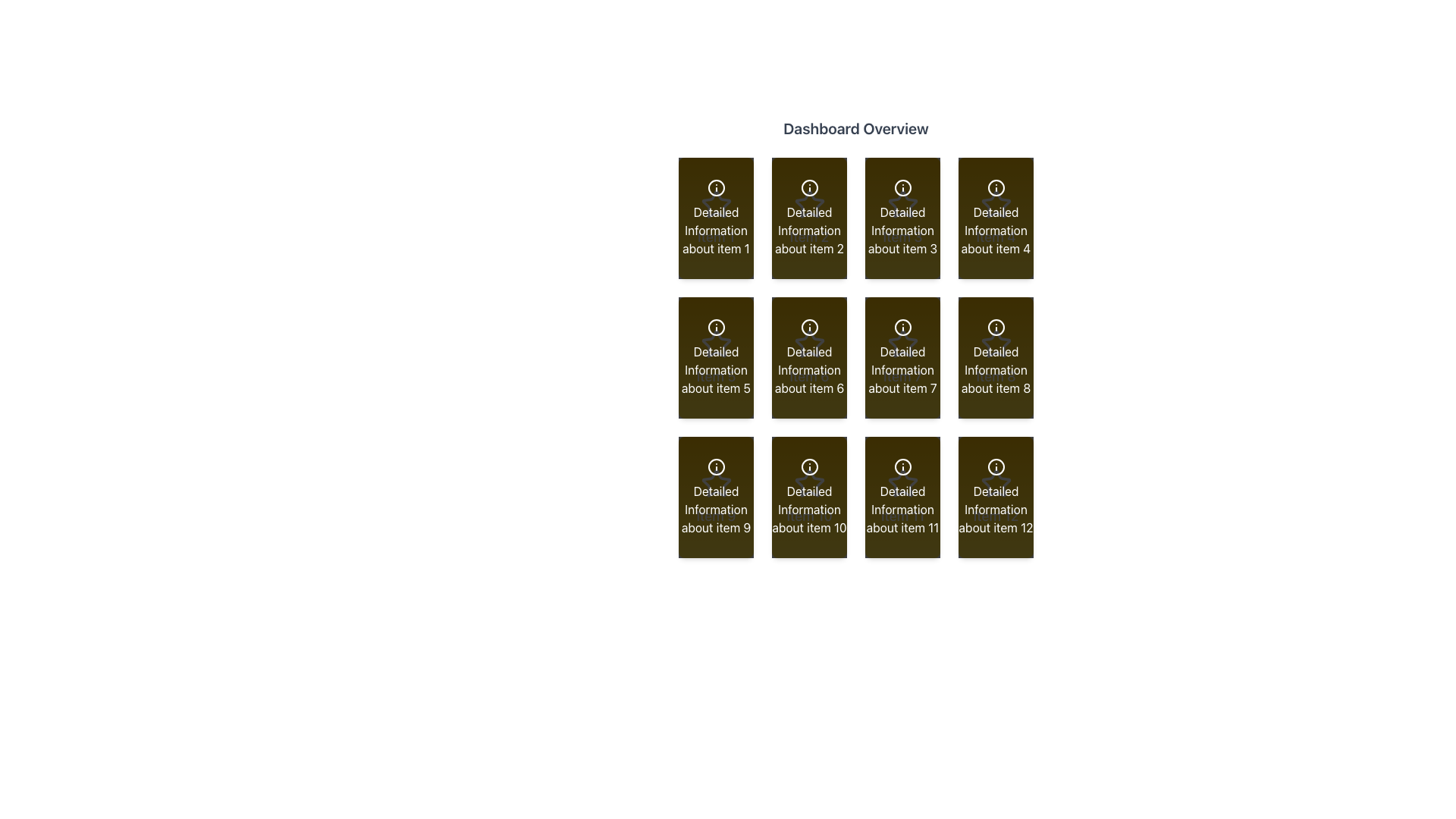 The width and height of the screenshot is (1456, 819). Describe the element at coordinates (902, 327) in the screenshot. I see `the circular icon representing 'Detailed Information about item 7' in the icon group` at that location.